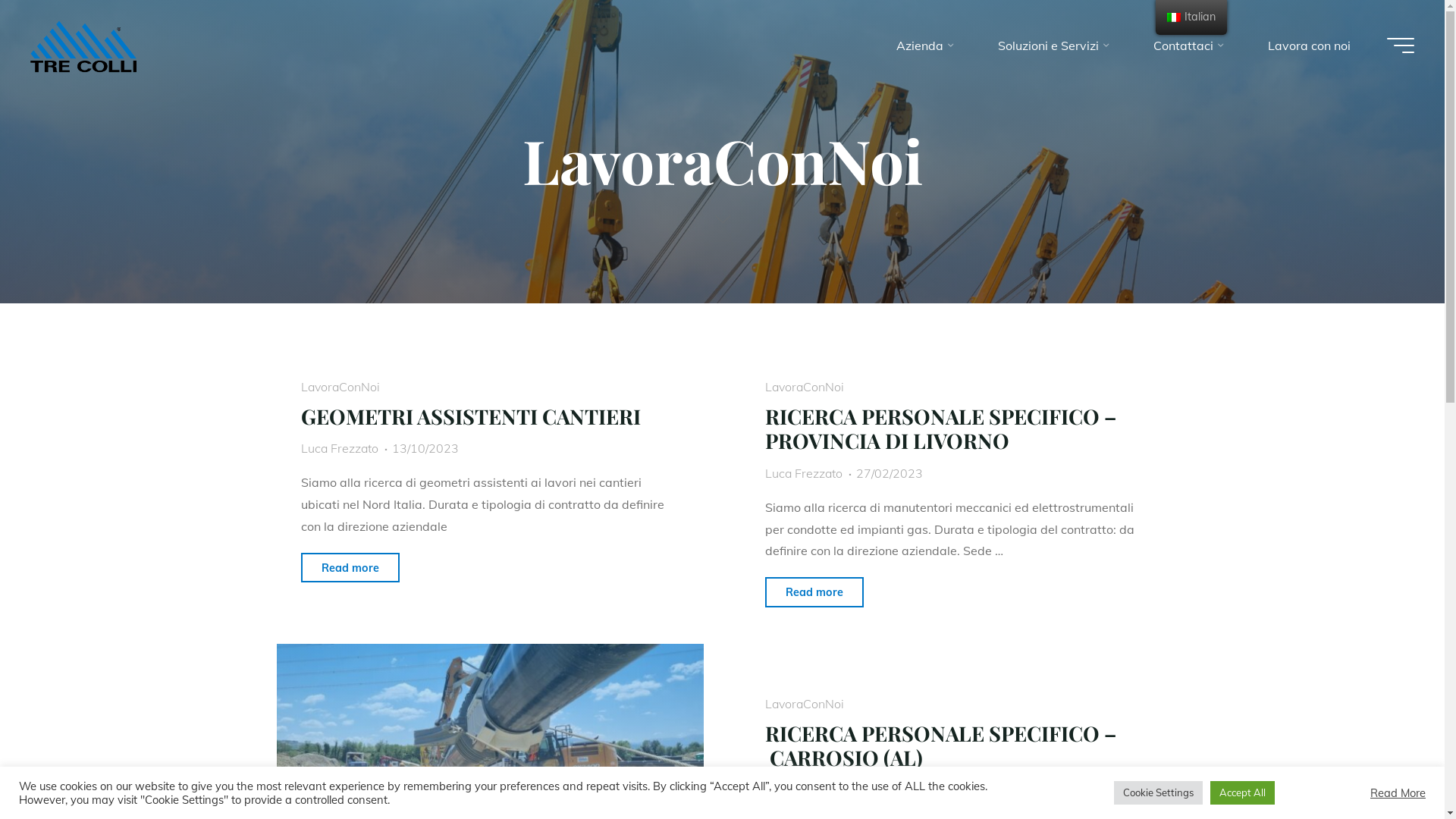 The image size is (1456, 819). I want to click on 'Luca Frezzato', so click(301, 447).